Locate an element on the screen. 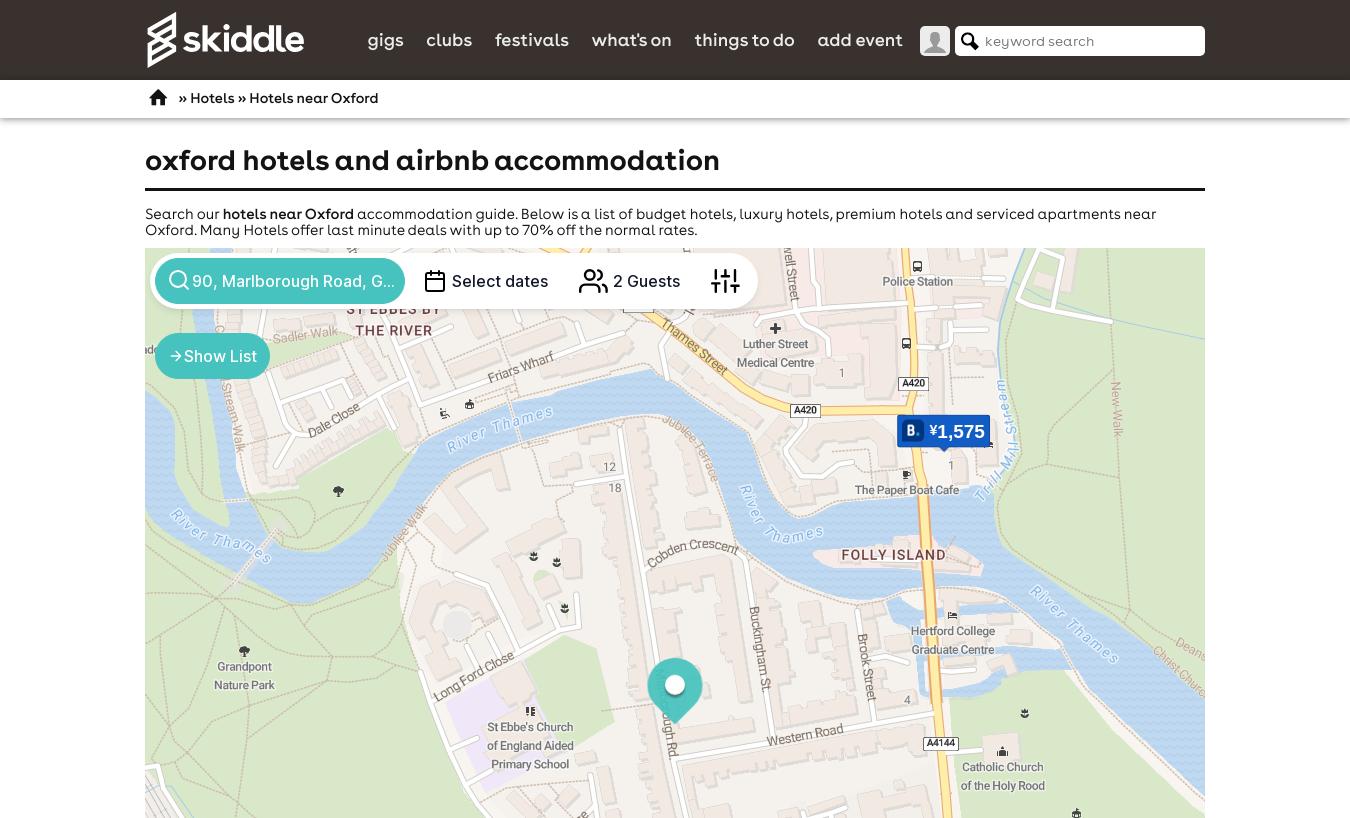 The height and width of the screenshot is (818, 1350). 'Festivals' is located at coordinates (530, 37).